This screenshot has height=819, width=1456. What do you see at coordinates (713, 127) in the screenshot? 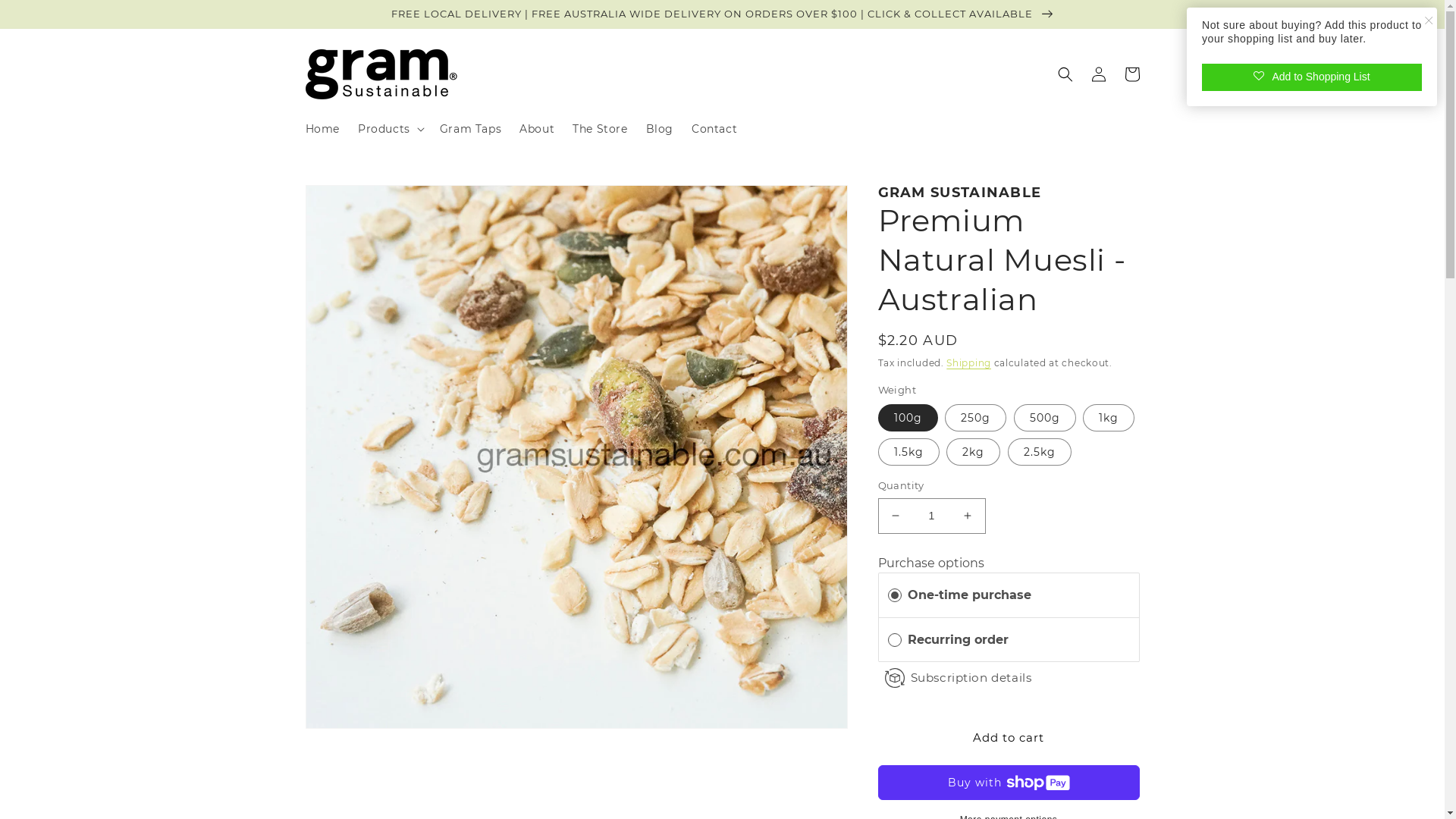
I see `'Contact'` at bounding box center [713, 127].